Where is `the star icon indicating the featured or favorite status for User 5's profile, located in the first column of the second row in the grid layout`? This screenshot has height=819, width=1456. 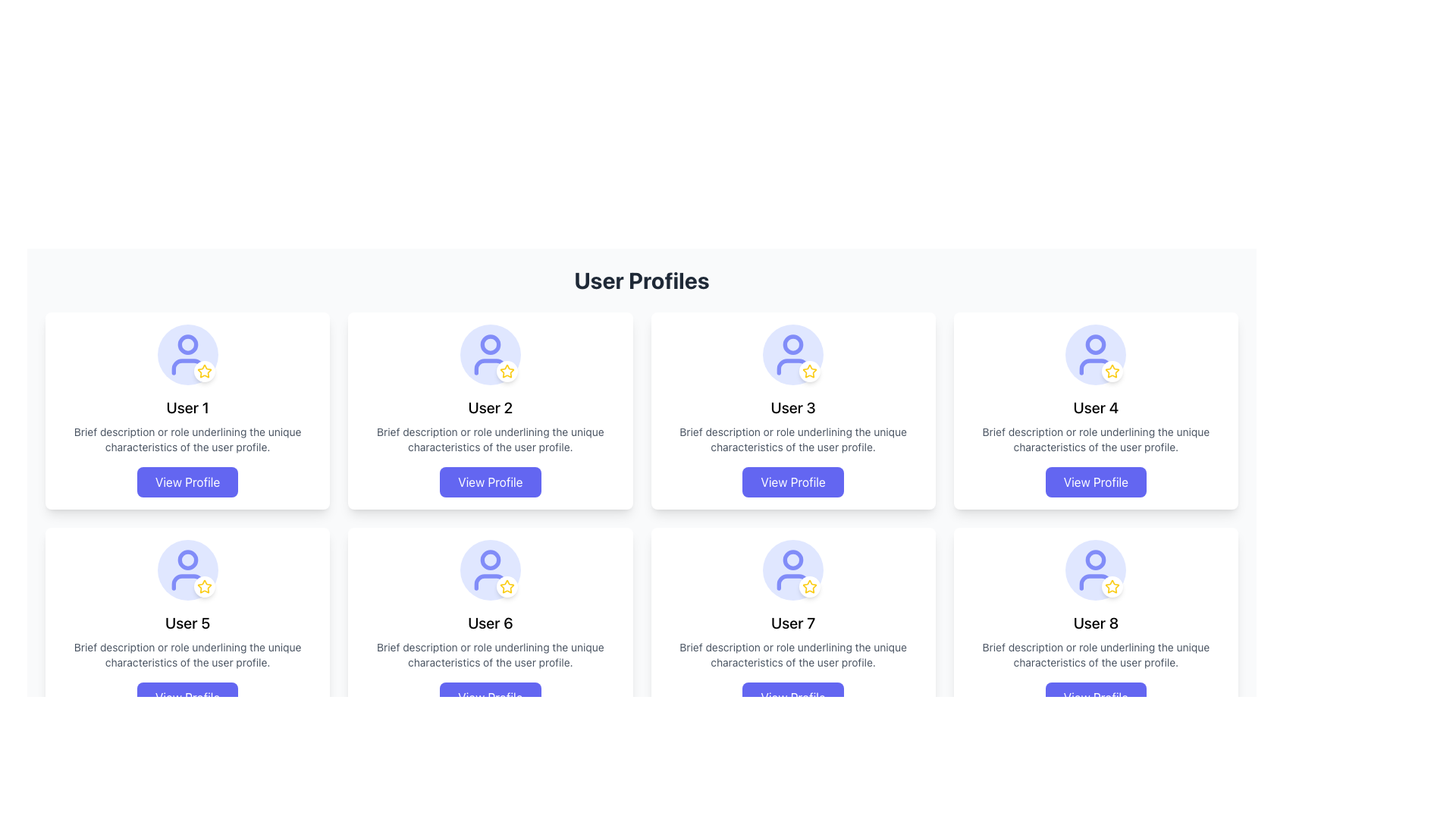 the star icon indicating the featured or favorite status for User 5's profile, located in the first column of the second row in the grid layout is located at coordinates (203, 585).